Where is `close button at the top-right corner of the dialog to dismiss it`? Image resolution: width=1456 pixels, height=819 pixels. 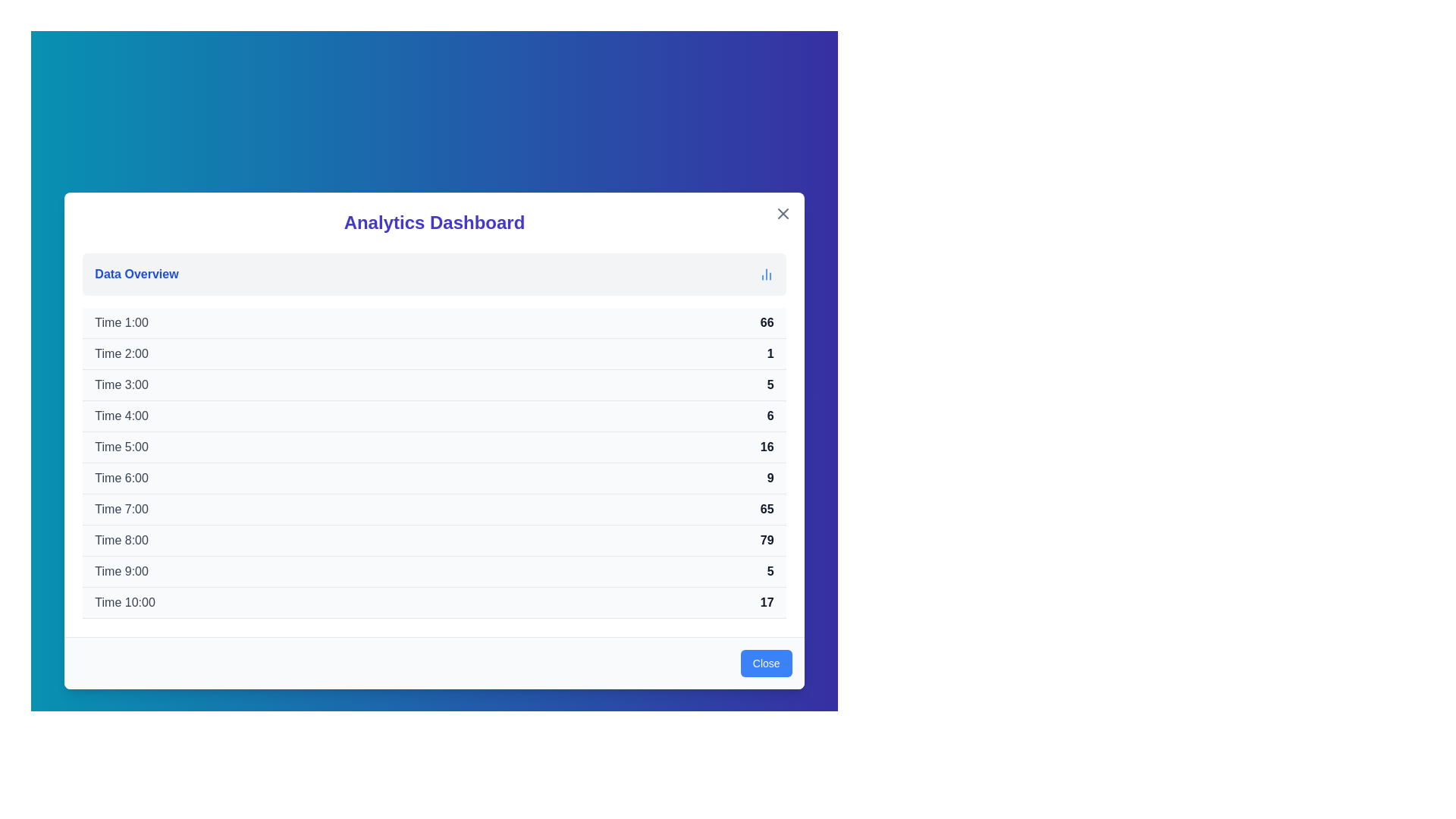 close button at the top-right corner of the dialog to dismiss it is located at coordinates (783, 213).